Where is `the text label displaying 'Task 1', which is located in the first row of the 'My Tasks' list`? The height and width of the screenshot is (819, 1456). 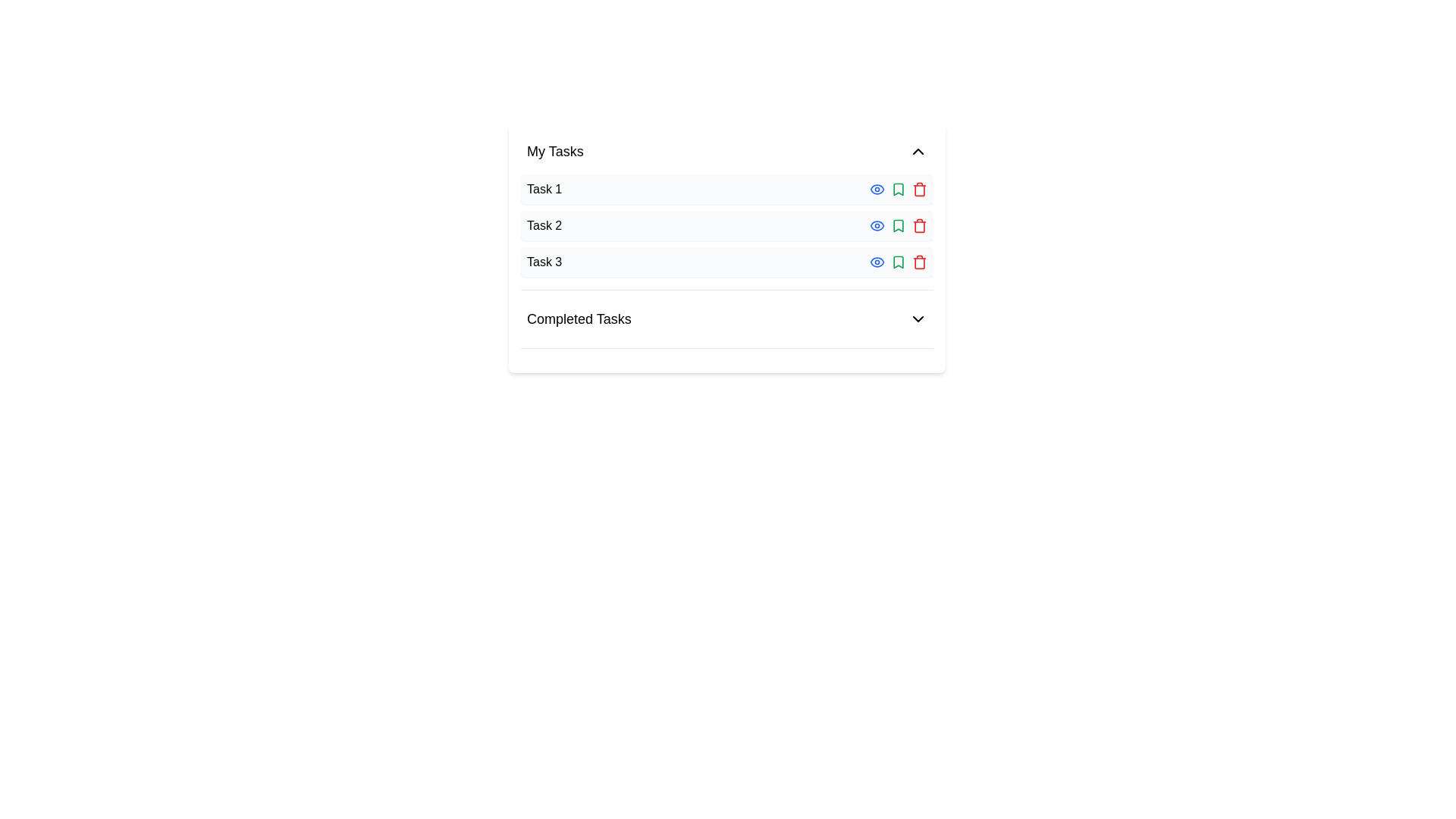 the text label displaying 'Task 1', which is located in the first row of the 'My Tasks' list is located at coordinates (544, 189).